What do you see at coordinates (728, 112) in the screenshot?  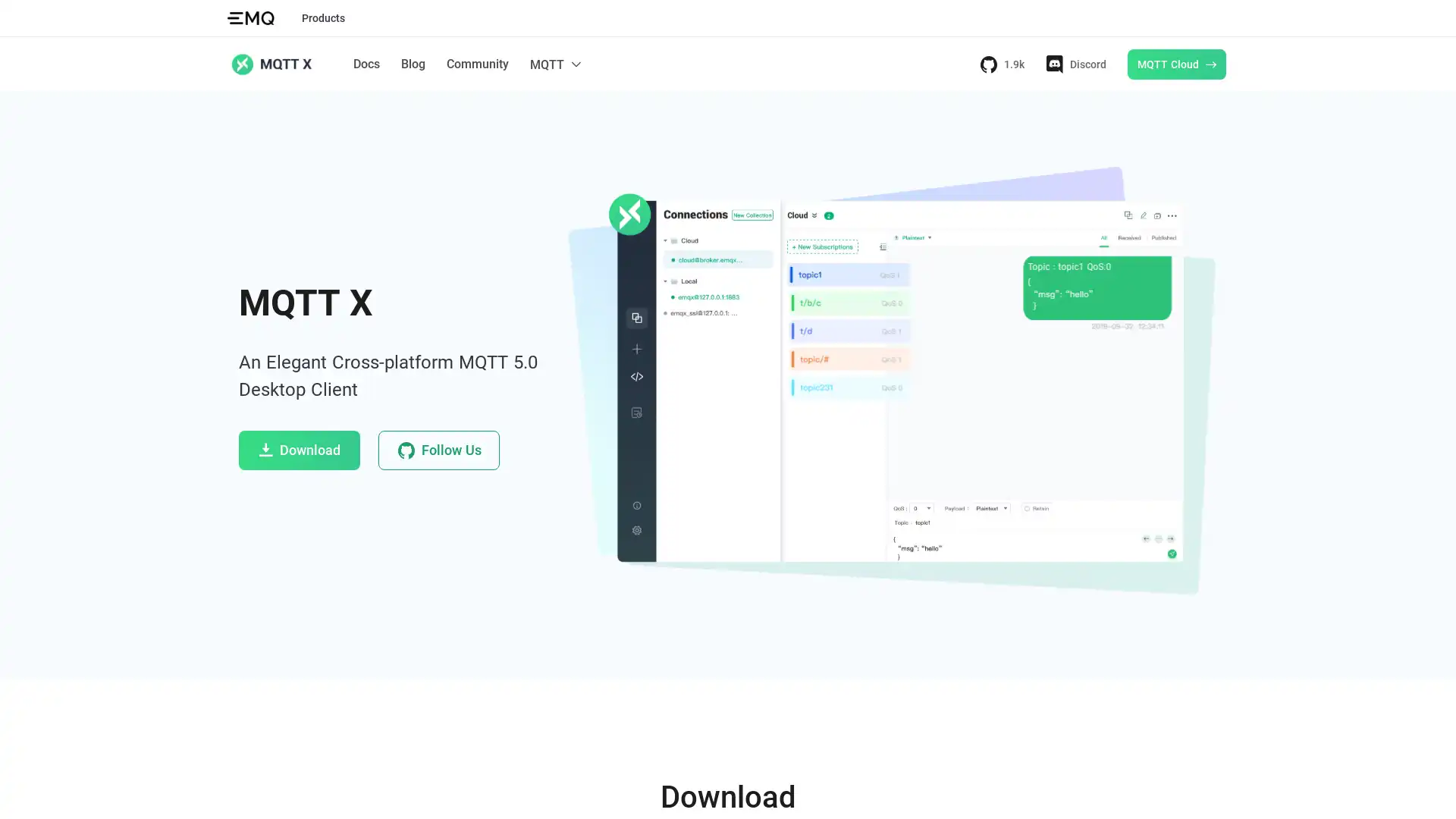 I see `Docs` at bounding box center [728, 112].